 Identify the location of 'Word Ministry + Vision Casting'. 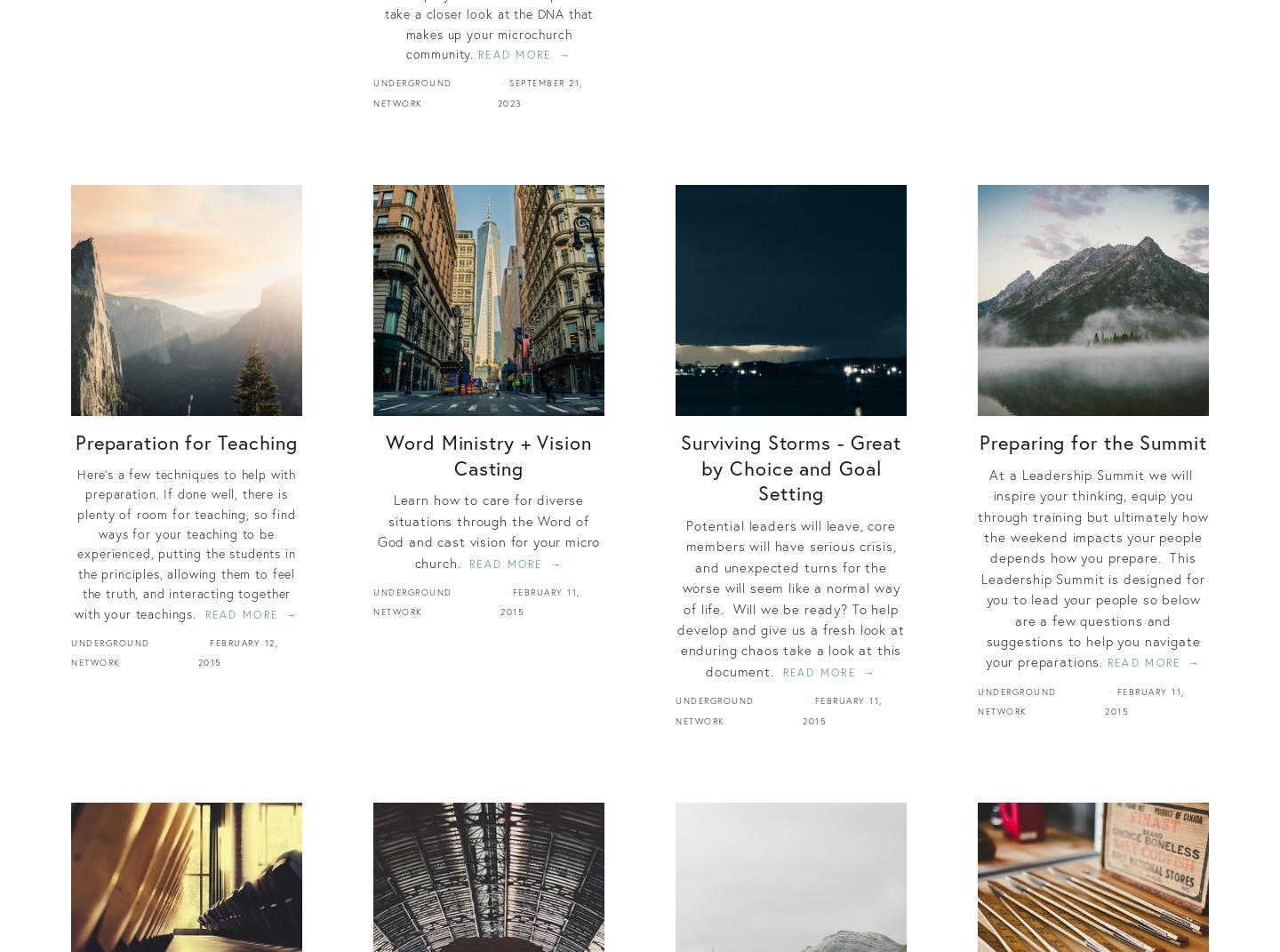
(488, 453).